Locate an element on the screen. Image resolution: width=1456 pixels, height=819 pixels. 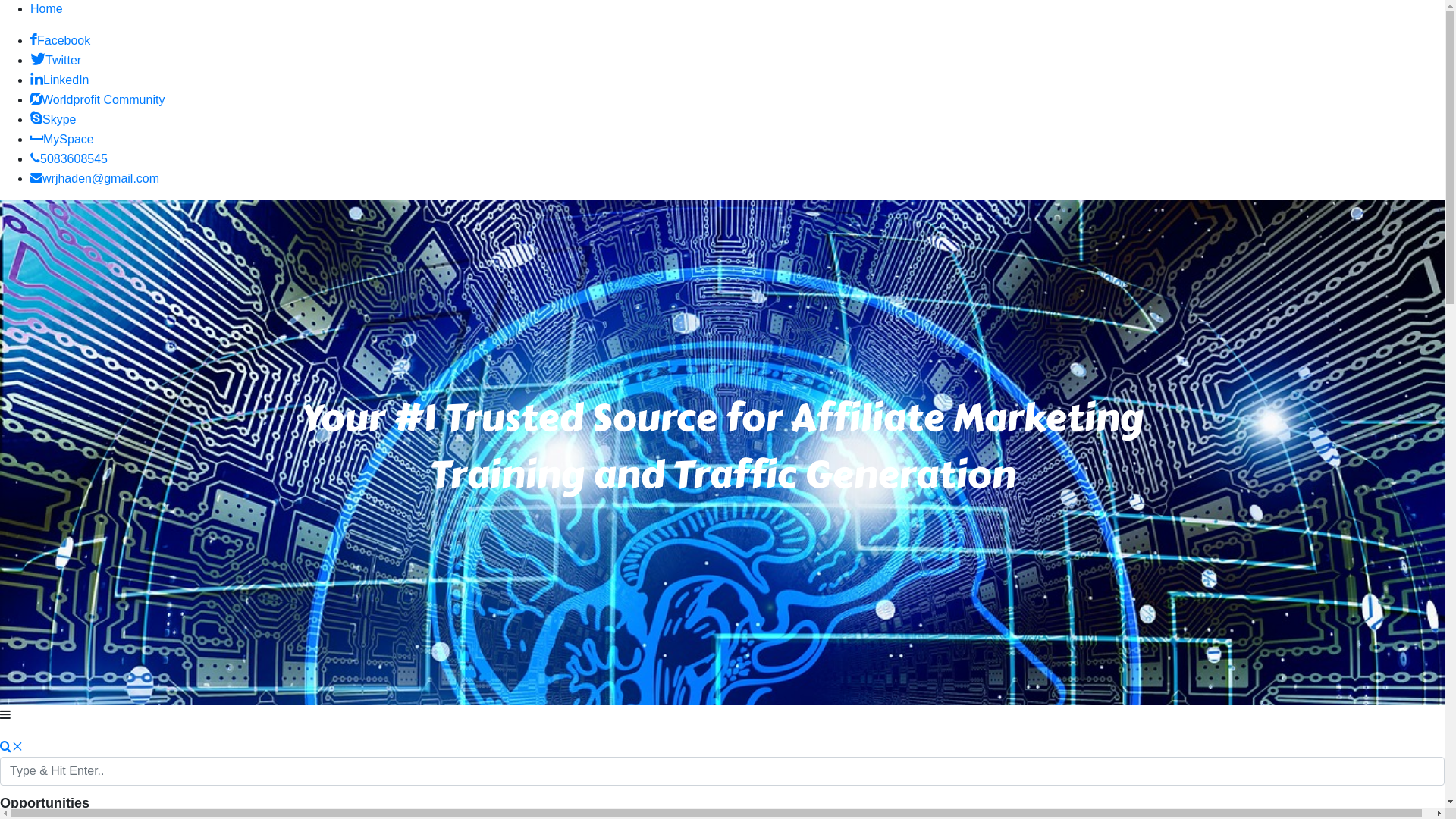
'wrjhaden@gmail.com' is located at coordinates (93, 177).